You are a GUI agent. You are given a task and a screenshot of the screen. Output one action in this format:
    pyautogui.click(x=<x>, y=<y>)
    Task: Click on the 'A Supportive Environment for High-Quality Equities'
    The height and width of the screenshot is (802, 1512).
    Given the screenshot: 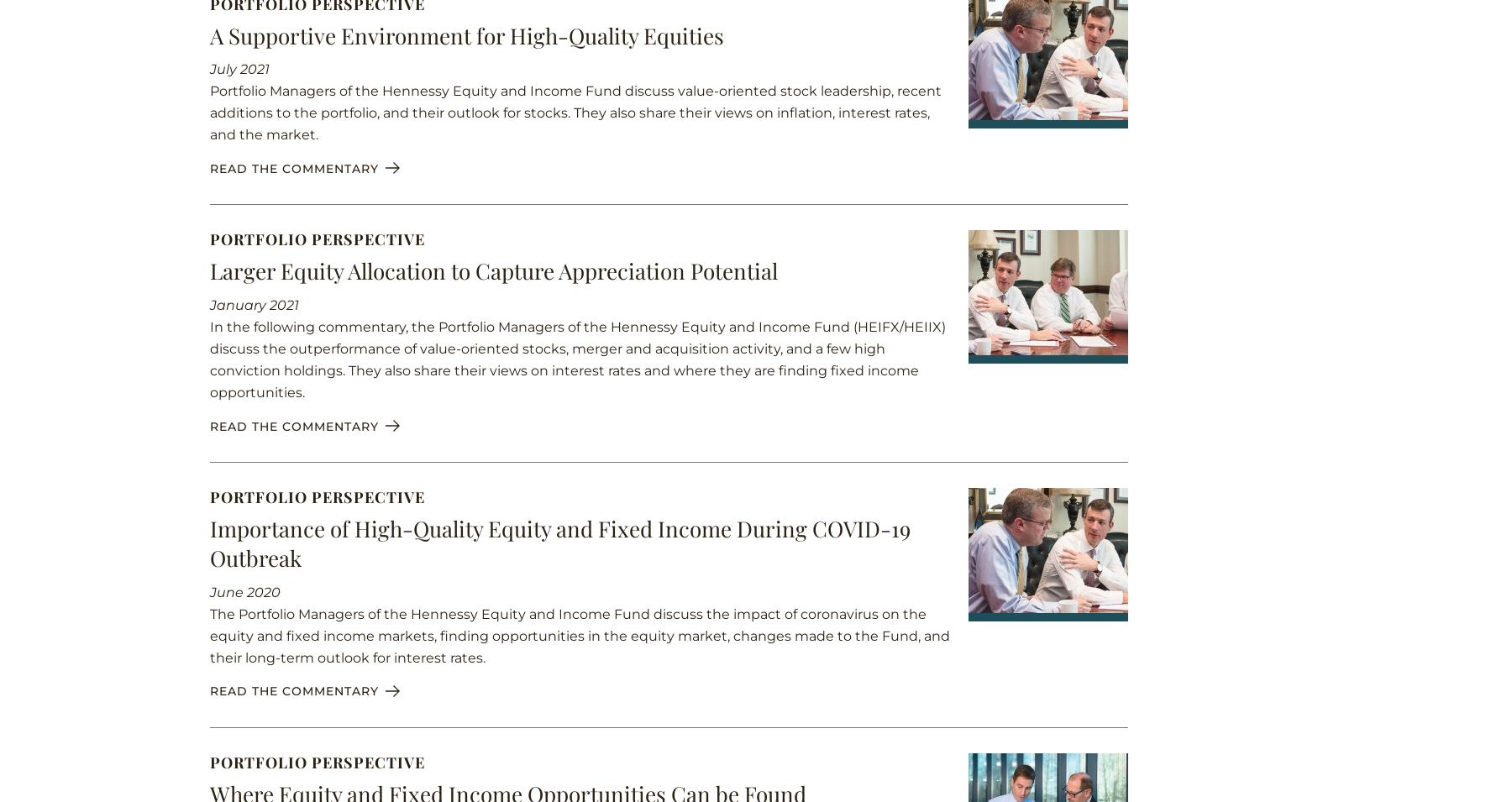 What is the action you would take?
    pyautogui.click(x=209, y=34)
    